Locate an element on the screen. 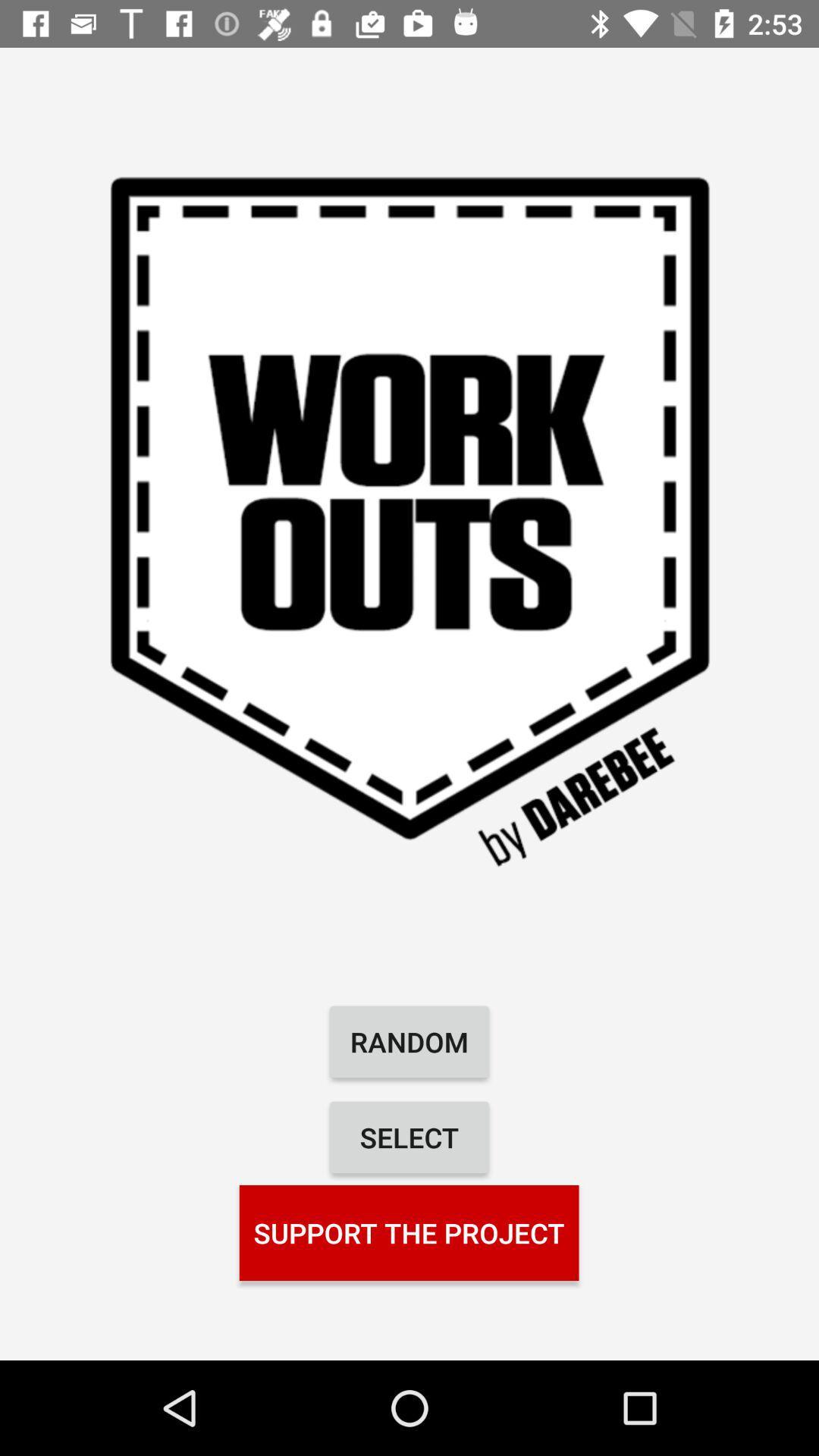  the icon above the support the project icon is located at coordinates (409, 1137).